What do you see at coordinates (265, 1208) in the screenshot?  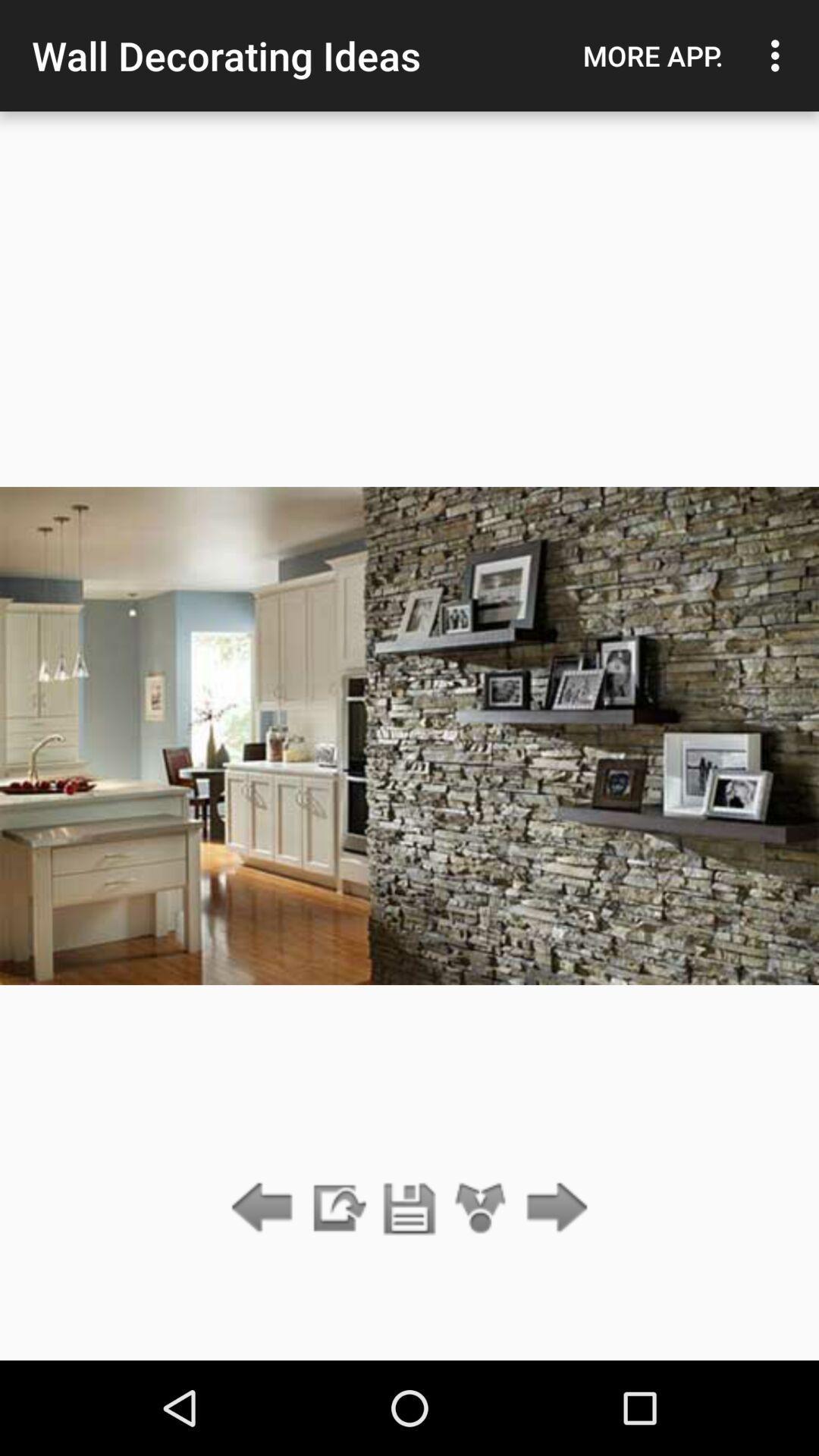 I see `the arrow_backward icon` at bounding box center [265, 1208].